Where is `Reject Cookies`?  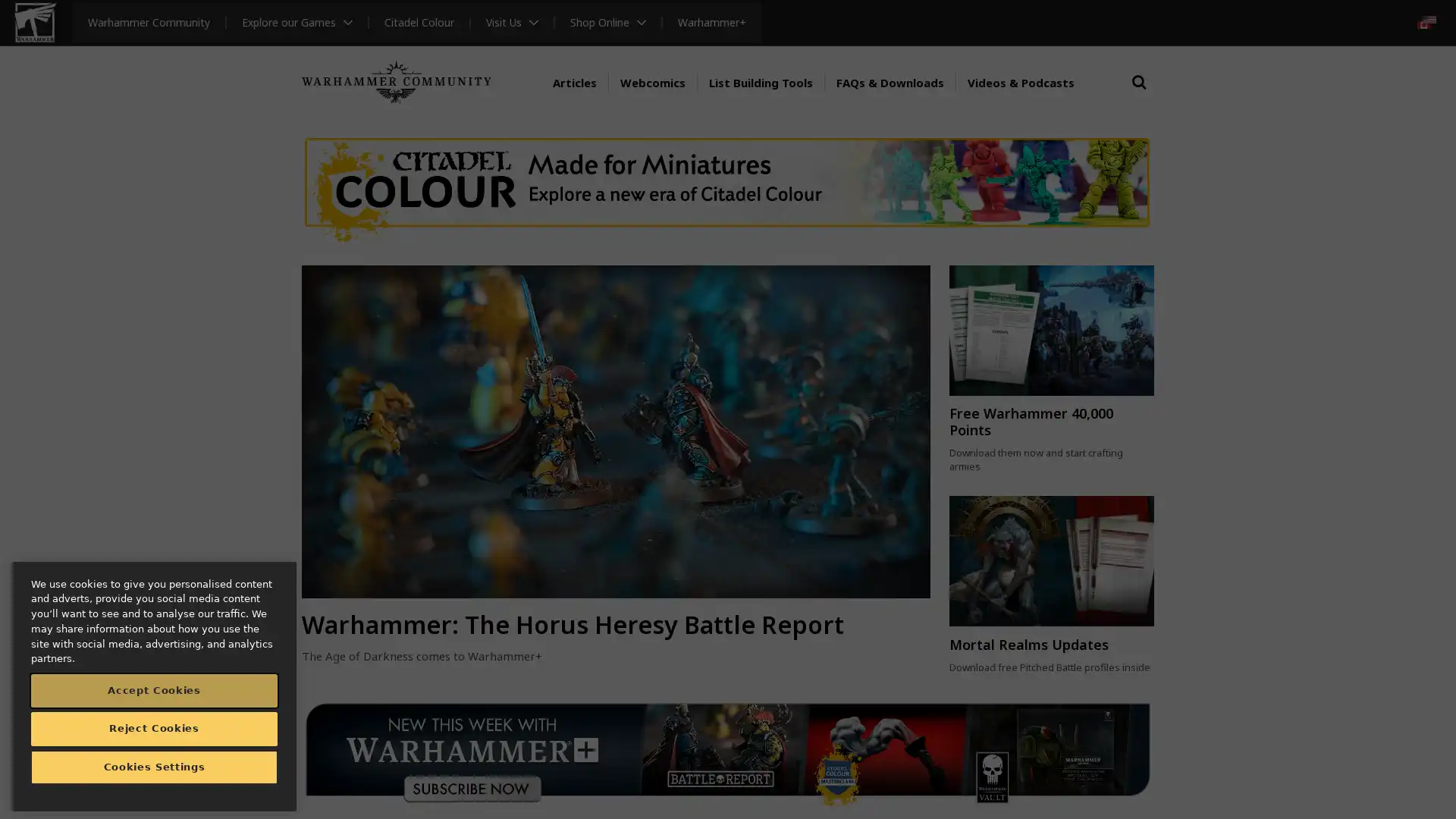
Reject Cookies is located at coordinates (154, 727).